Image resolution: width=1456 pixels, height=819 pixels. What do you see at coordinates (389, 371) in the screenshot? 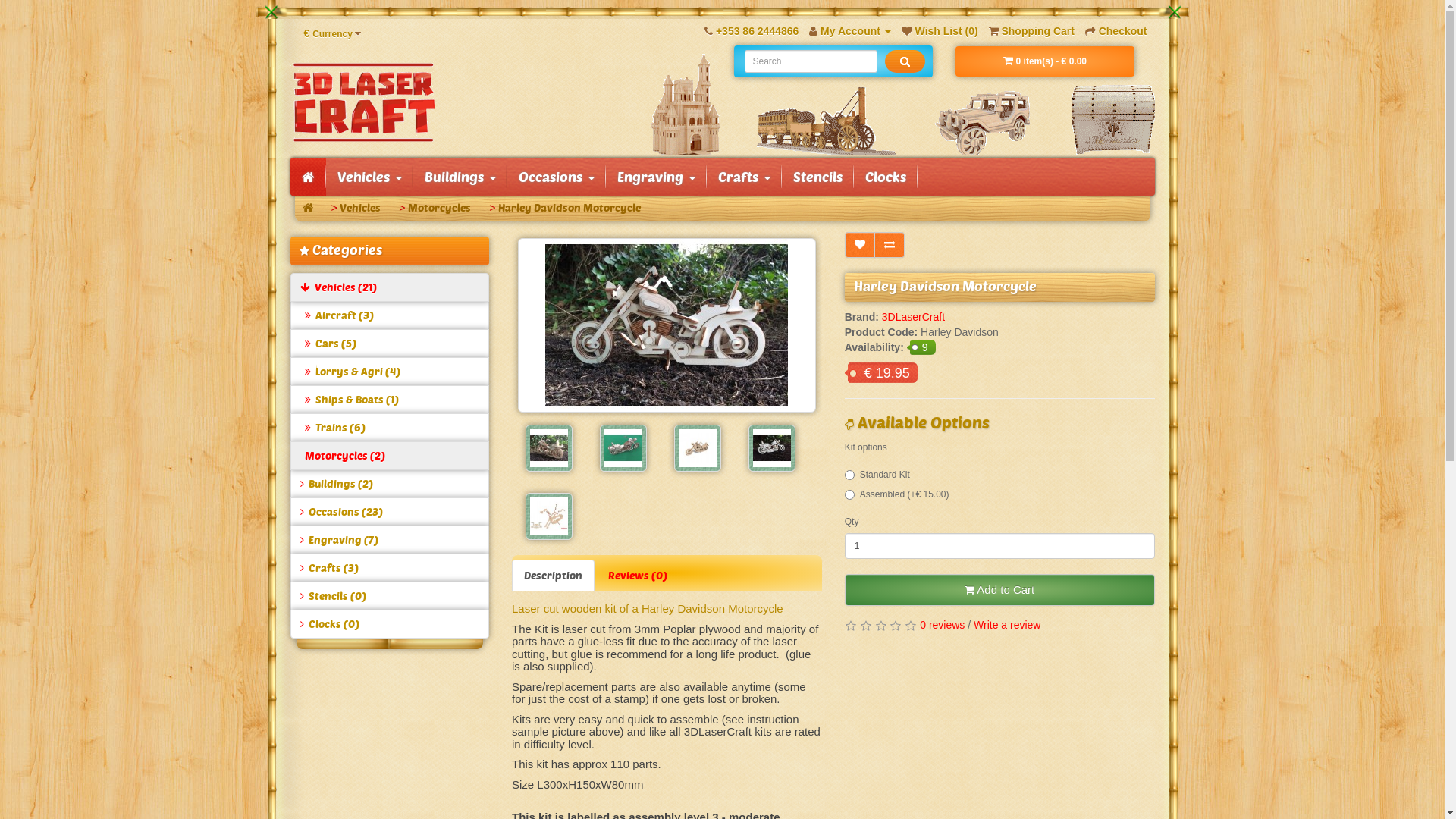
I see `'    Lorrys & Agri (4)'` at bounding box center [389, 371].